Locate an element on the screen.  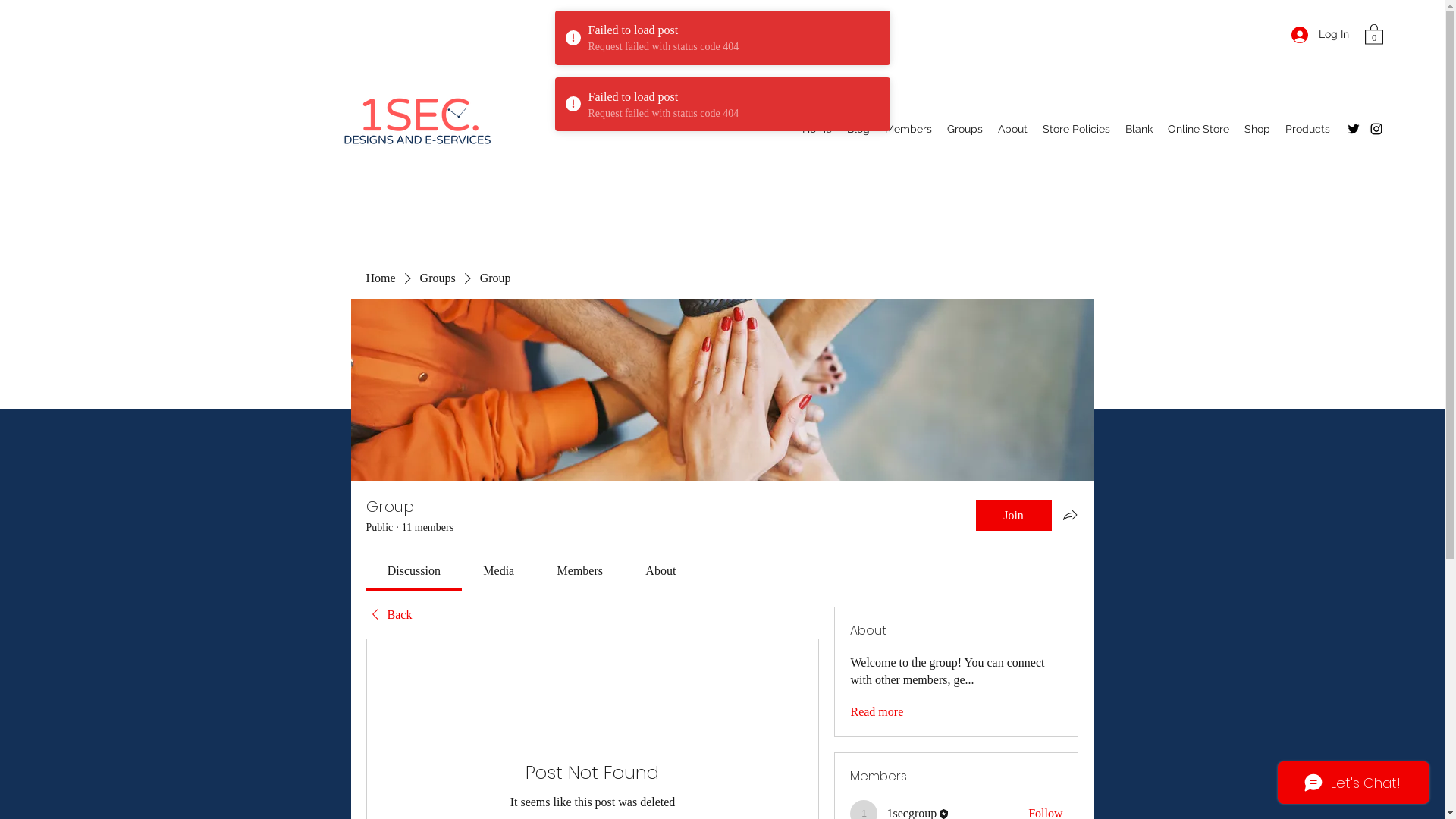
'Join' is located at coordinates (1012, 514).